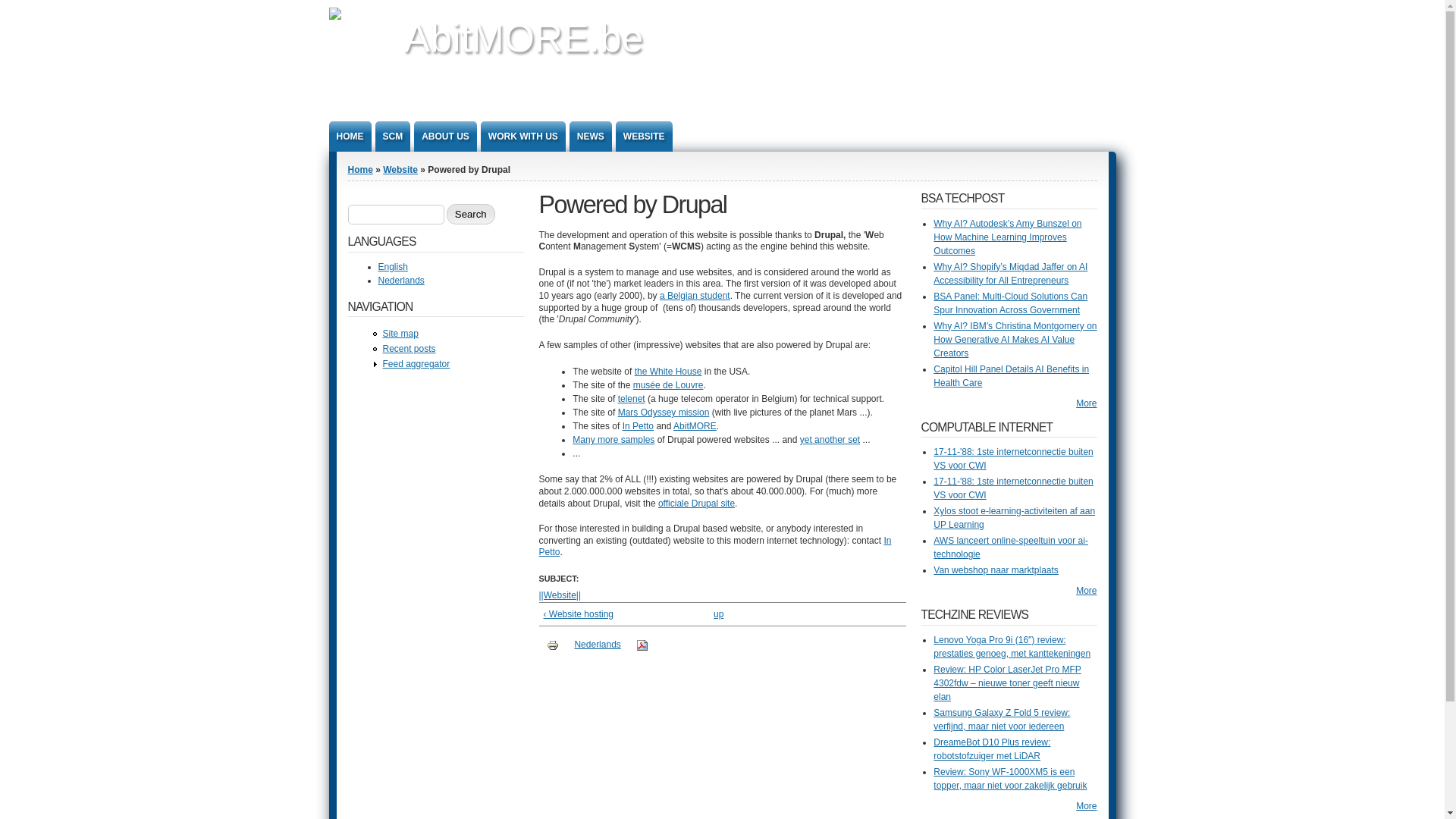 The image size is (1456, 819). What do you see at coordinates (932, 547) in the screenshot?
I see `'AWS lanceert online-speeltuin voor ai-technologie'` at bounding box center [932, 547].